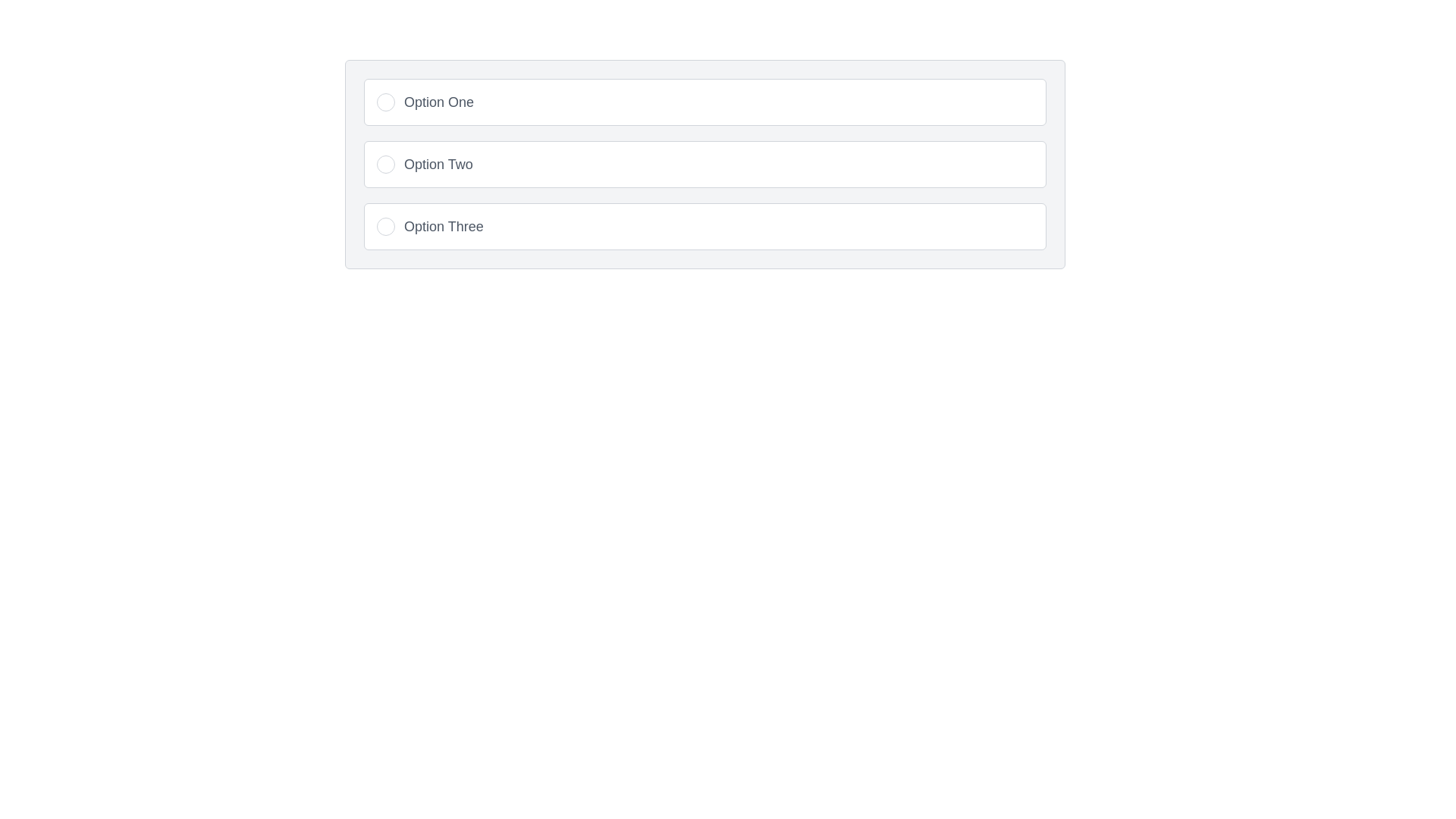  Describe the element at coordinates (704, 164) in the screenshot. I see `the radio button option labeled 'Option Two'` at that location.